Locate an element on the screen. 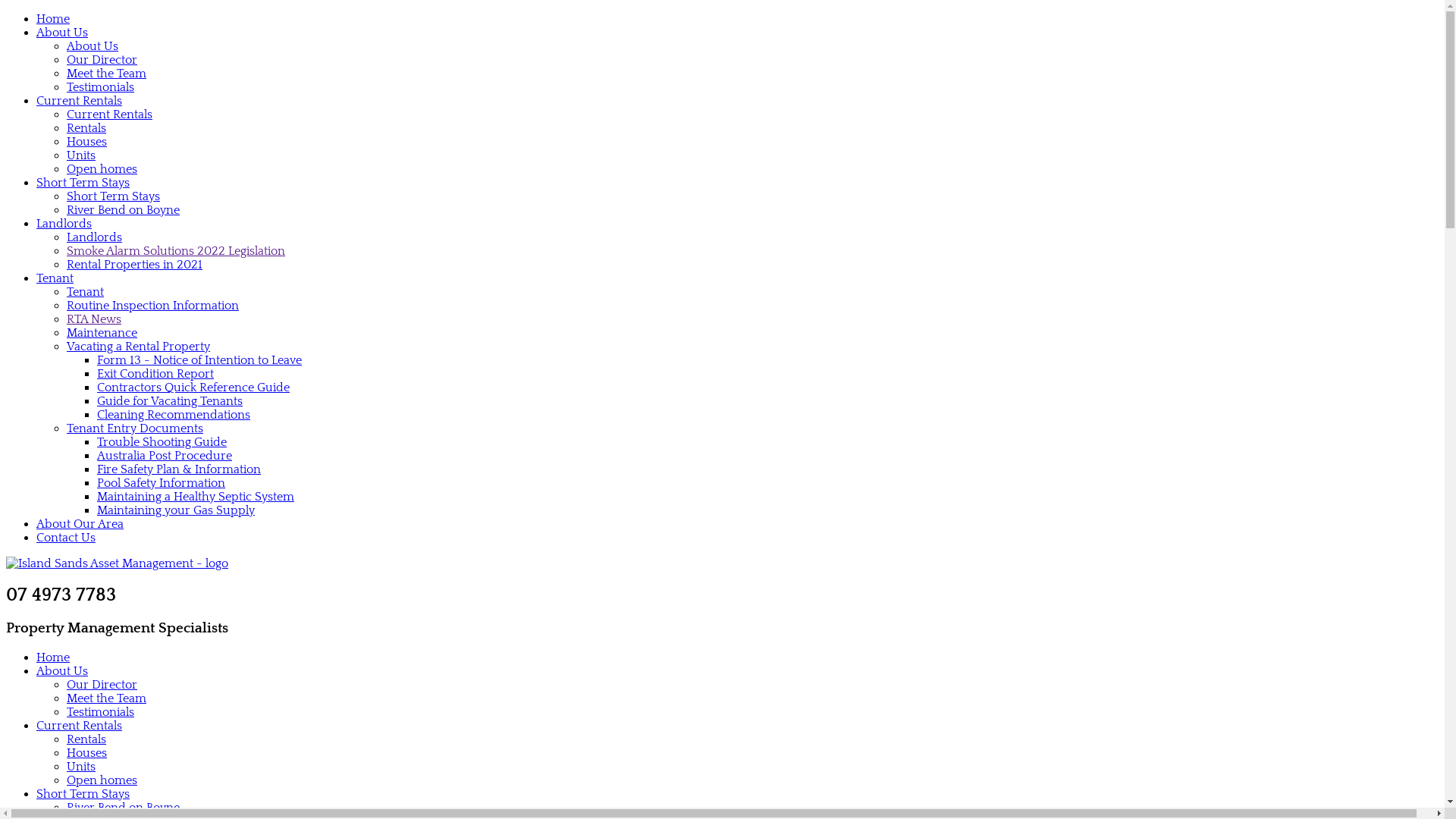  'Tenant Entry Documents' is located at coordinates (134, 428).